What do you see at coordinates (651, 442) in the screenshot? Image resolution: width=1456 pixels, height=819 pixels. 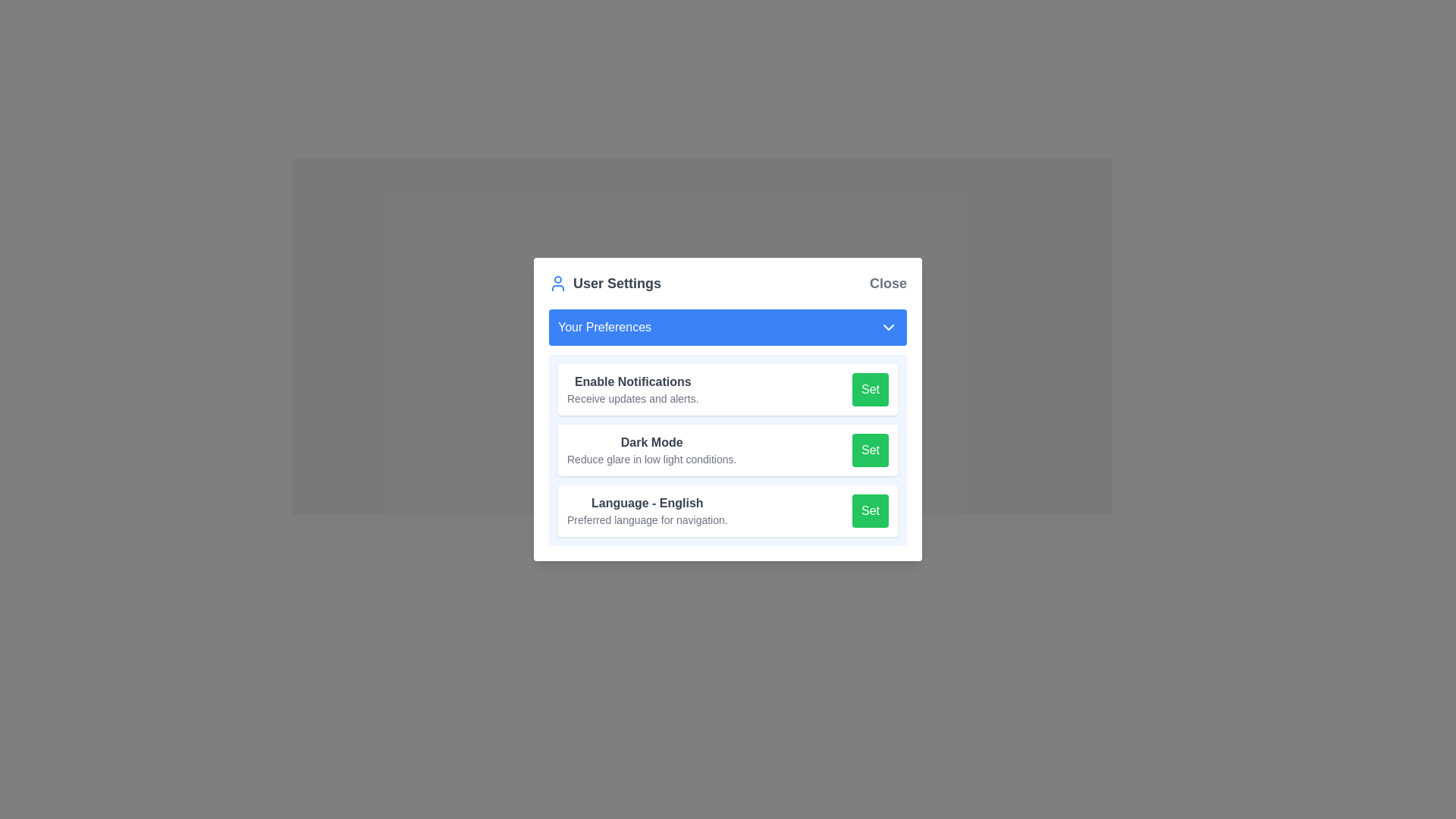 I see `the bolded text label saying 'Dark Mode' located in the user preferences panel, positioned between 'Enable Notifications' and the description text 'Reduce glare in low light conditions.'` at bounding box center [651, 442].